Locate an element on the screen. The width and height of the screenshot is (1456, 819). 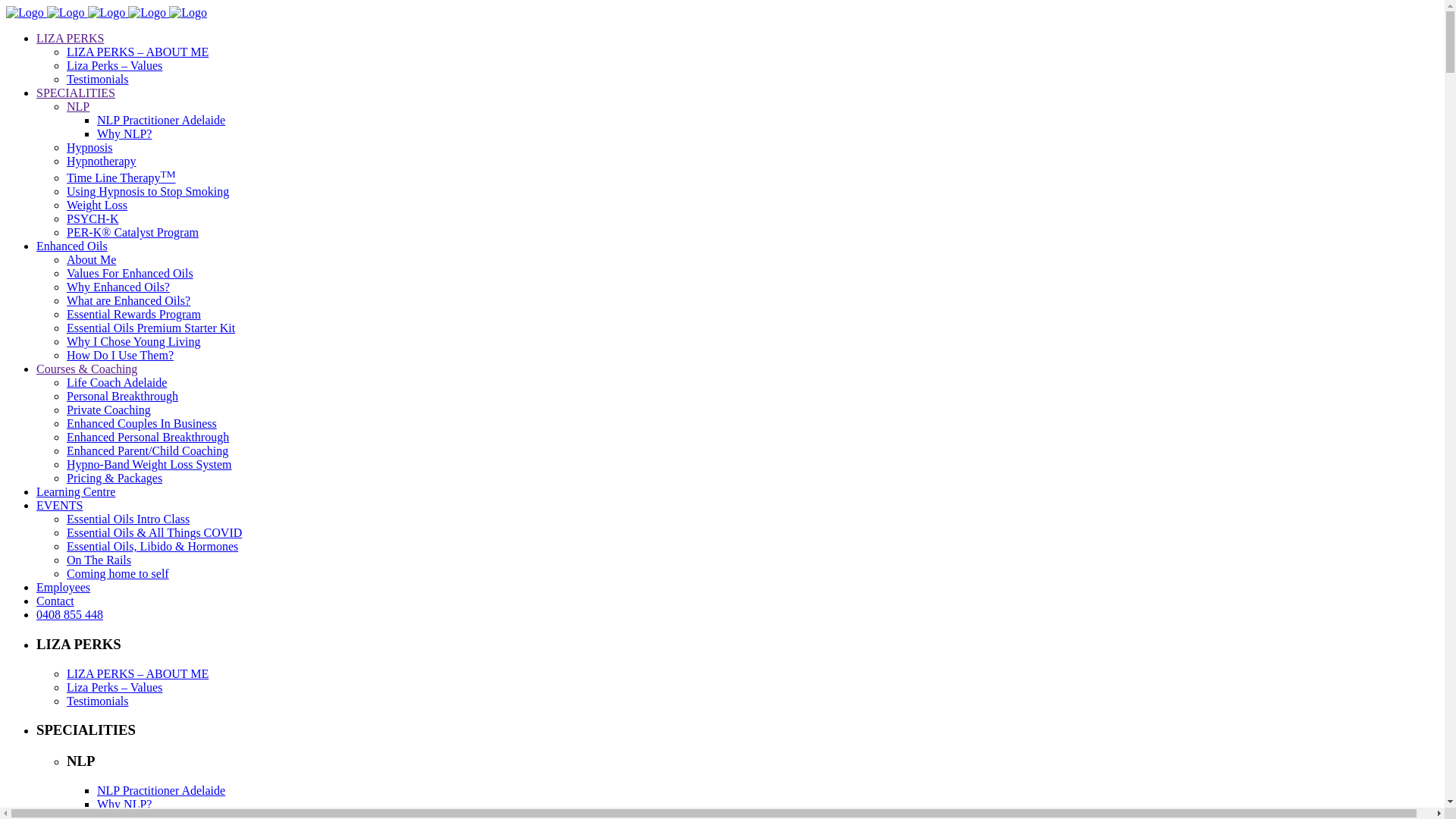
'Hypno-Band Weight Loss System' is located at coordinates (149, 463).